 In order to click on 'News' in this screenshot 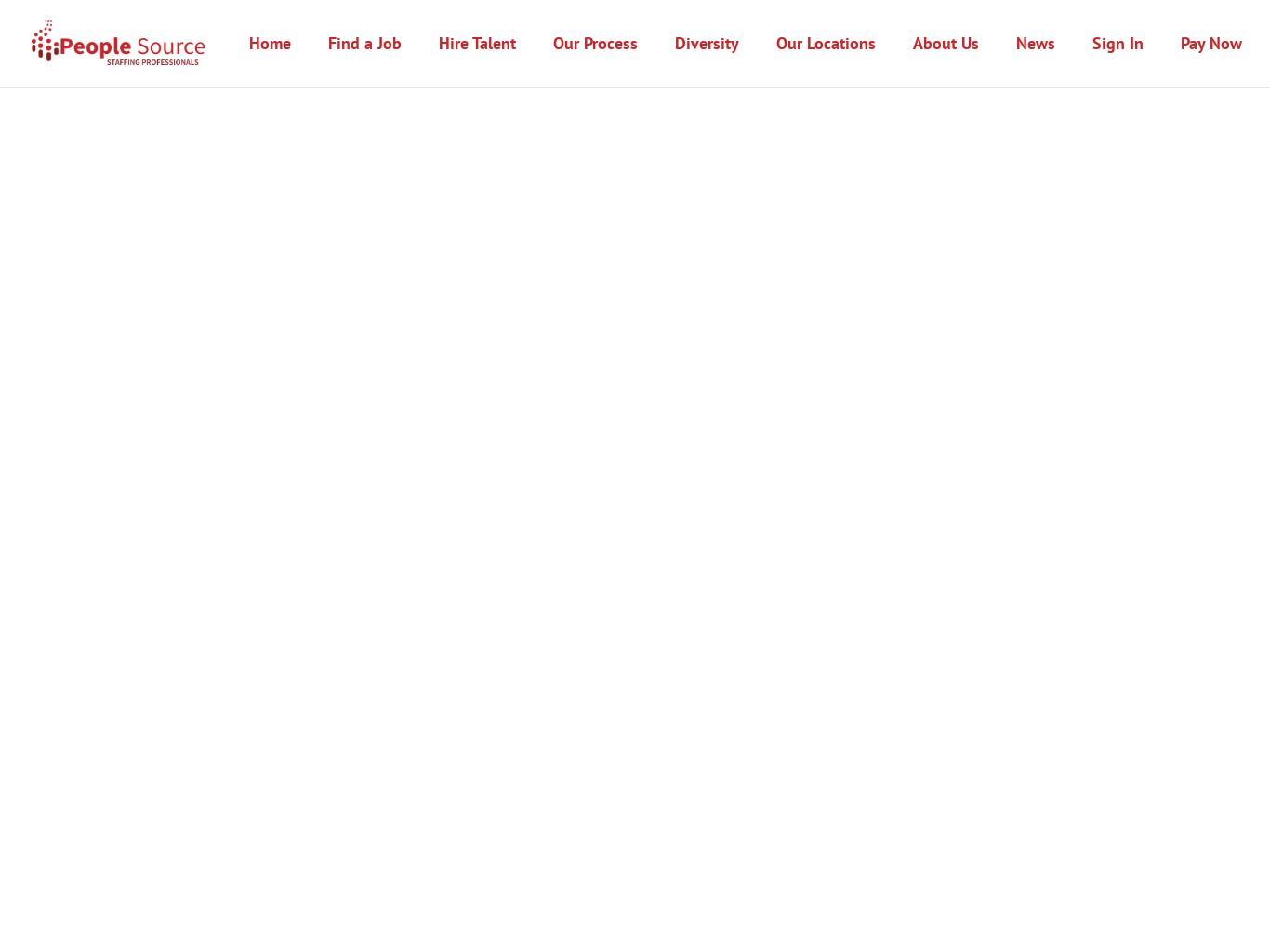, I will do `click(1034, 42)`.